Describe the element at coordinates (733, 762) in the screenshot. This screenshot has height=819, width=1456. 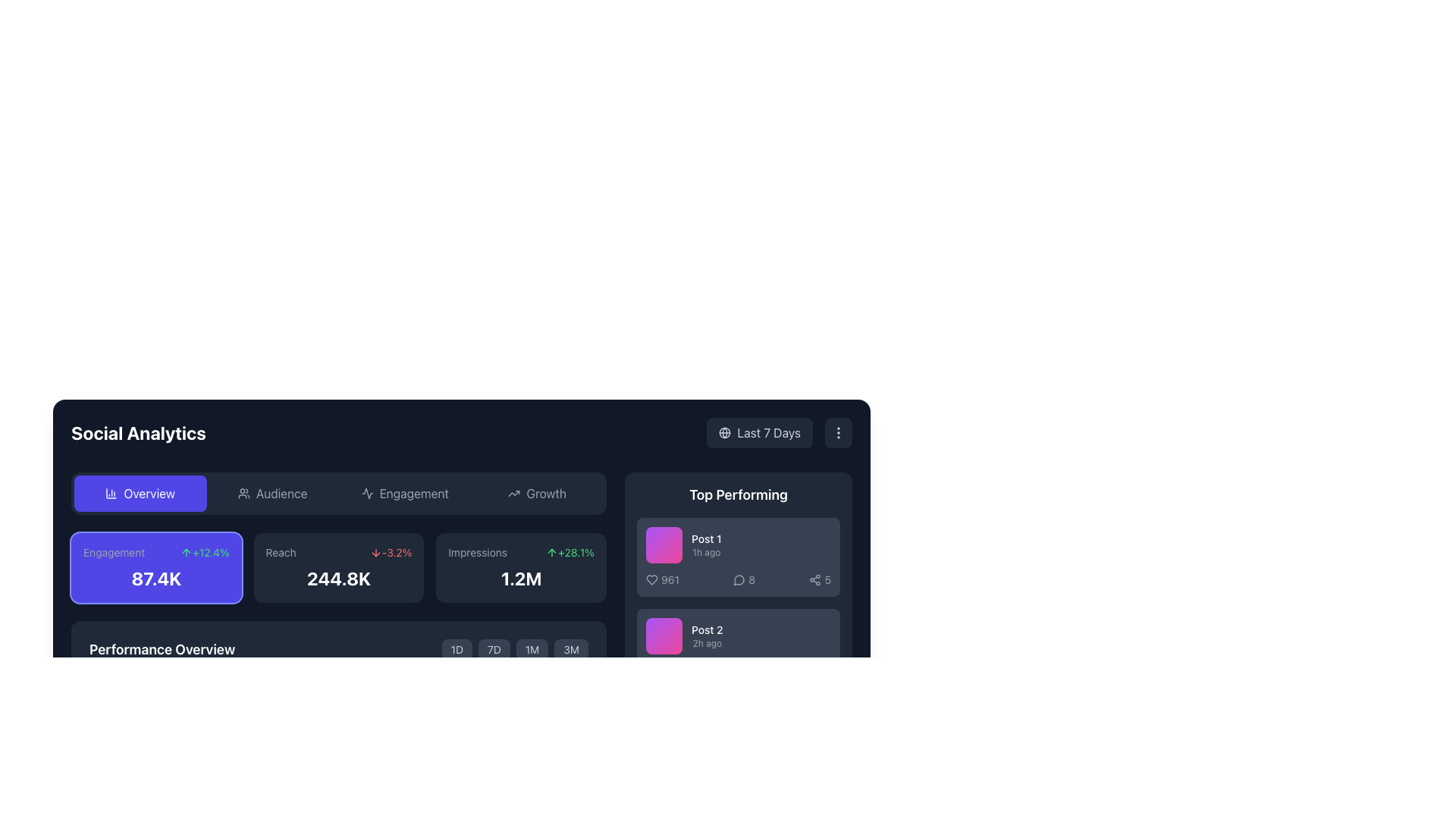
I see `the comment count icon, represented by a speech bubble, located to the left of the numeric value '98' beneath the 'Top Performing' section for 'Post 1'` at that location.